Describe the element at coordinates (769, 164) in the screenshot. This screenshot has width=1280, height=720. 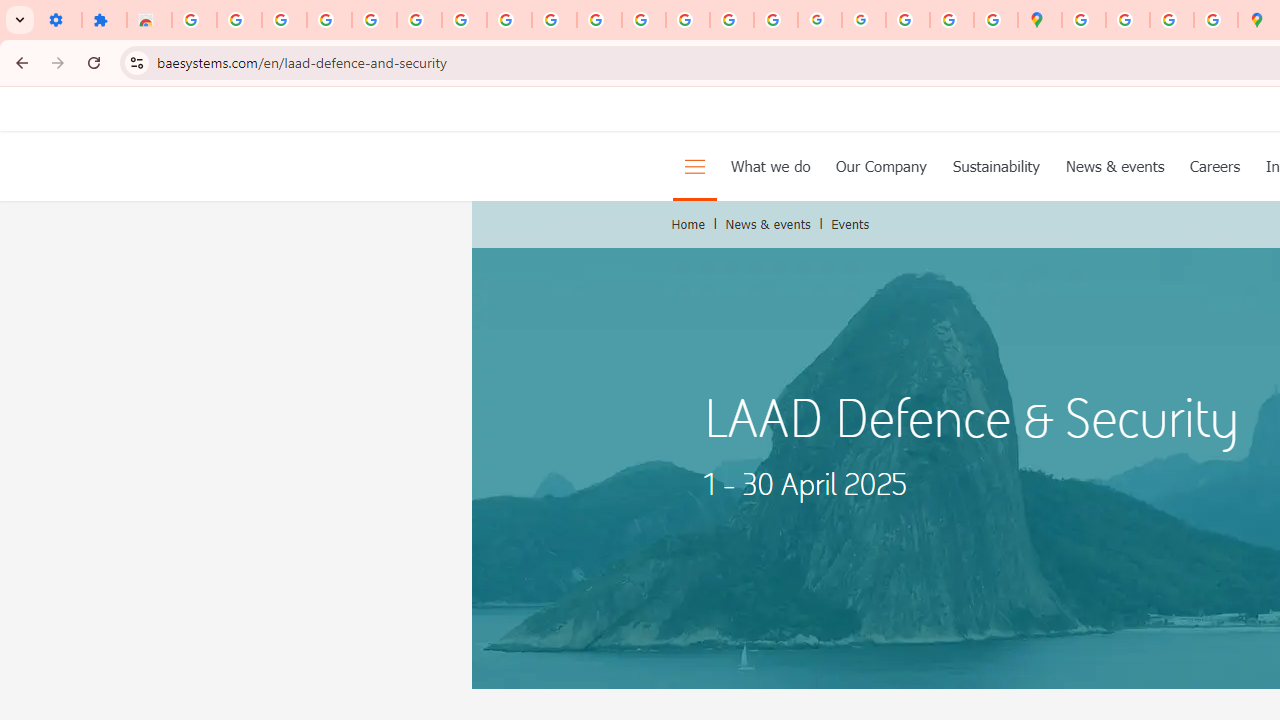
I see `'What we do'` at that location.